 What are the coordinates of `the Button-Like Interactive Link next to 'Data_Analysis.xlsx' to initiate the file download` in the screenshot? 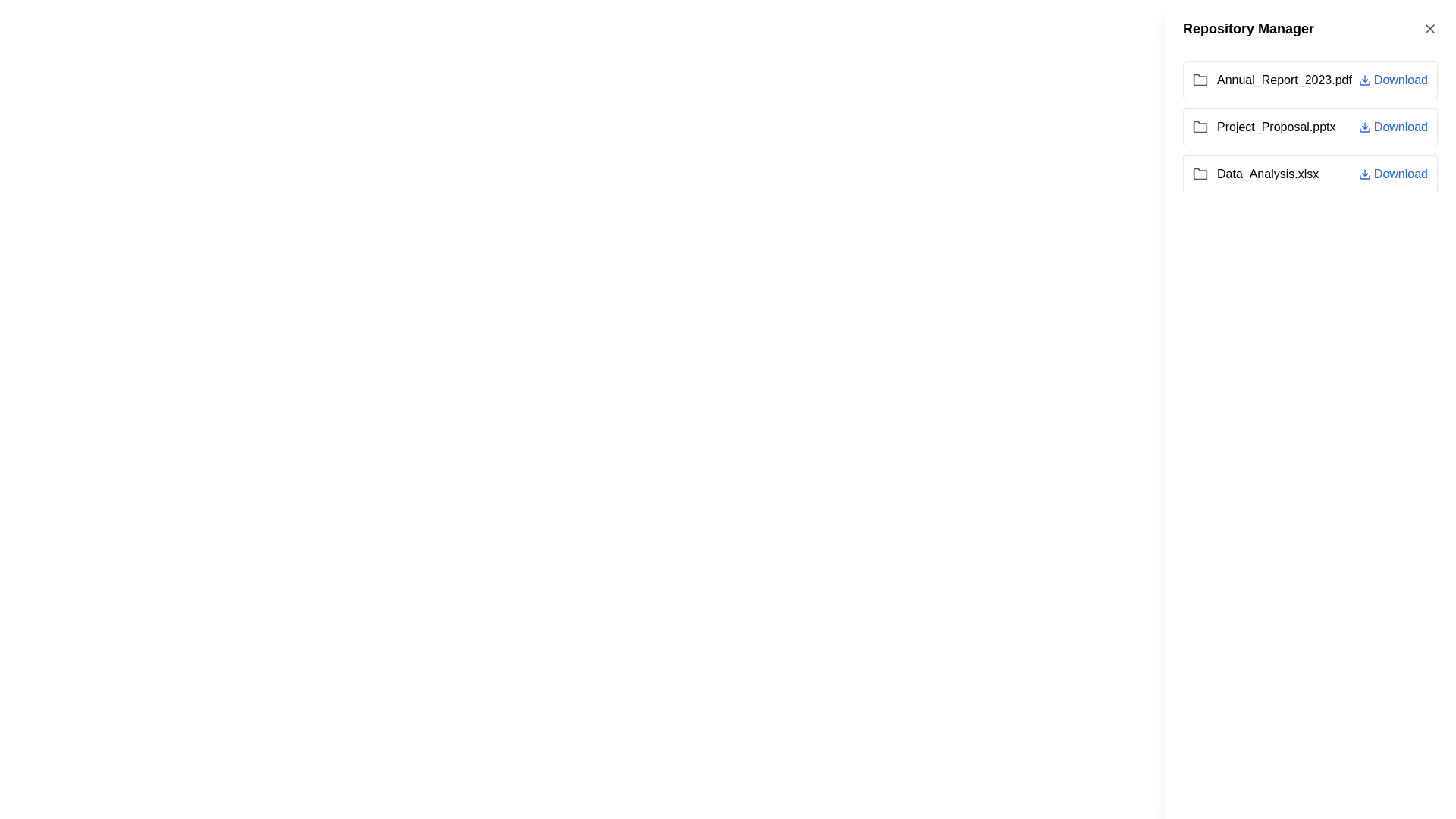 It's located at (1393, 174).